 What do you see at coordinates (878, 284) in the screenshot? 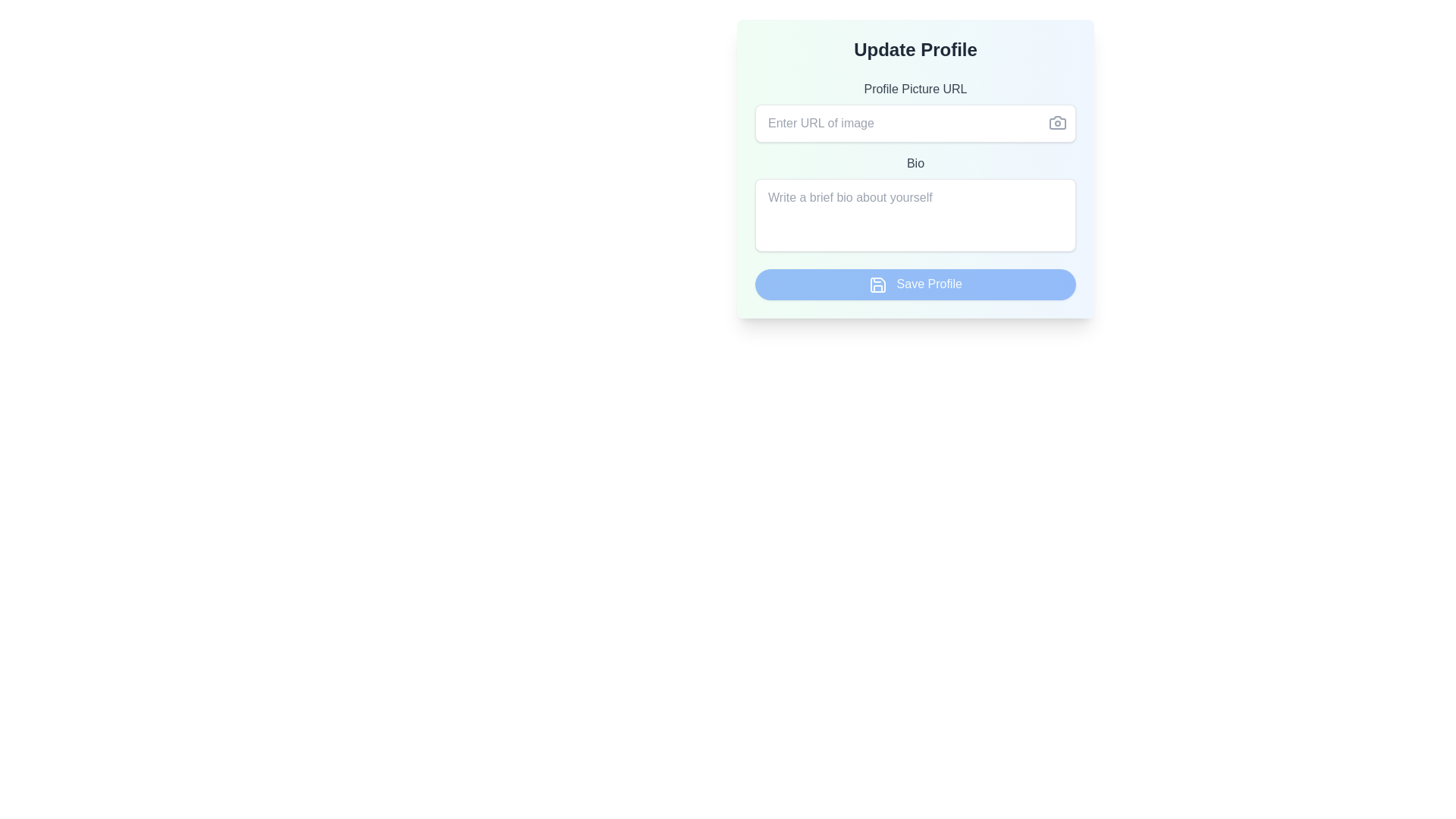
I see `the save icon, which is a compact outlined representation of a floppy disk styled in white on a blue background, located to the left of the 'Save Profile' button text` at bounding box center [878, 284].